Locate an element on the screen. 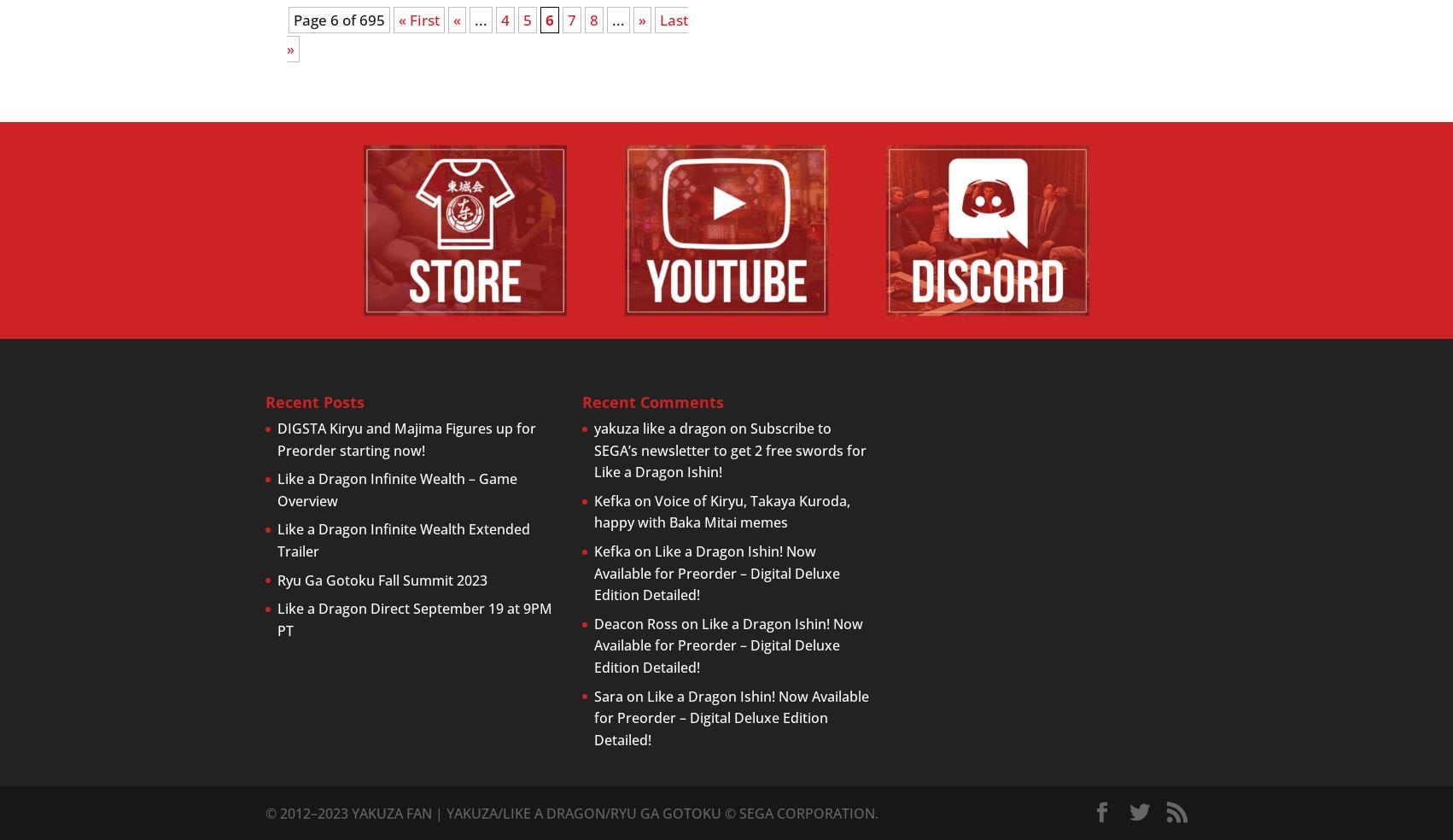 The image size is (1453, 840). '8' is located at coordinates (593, 19).